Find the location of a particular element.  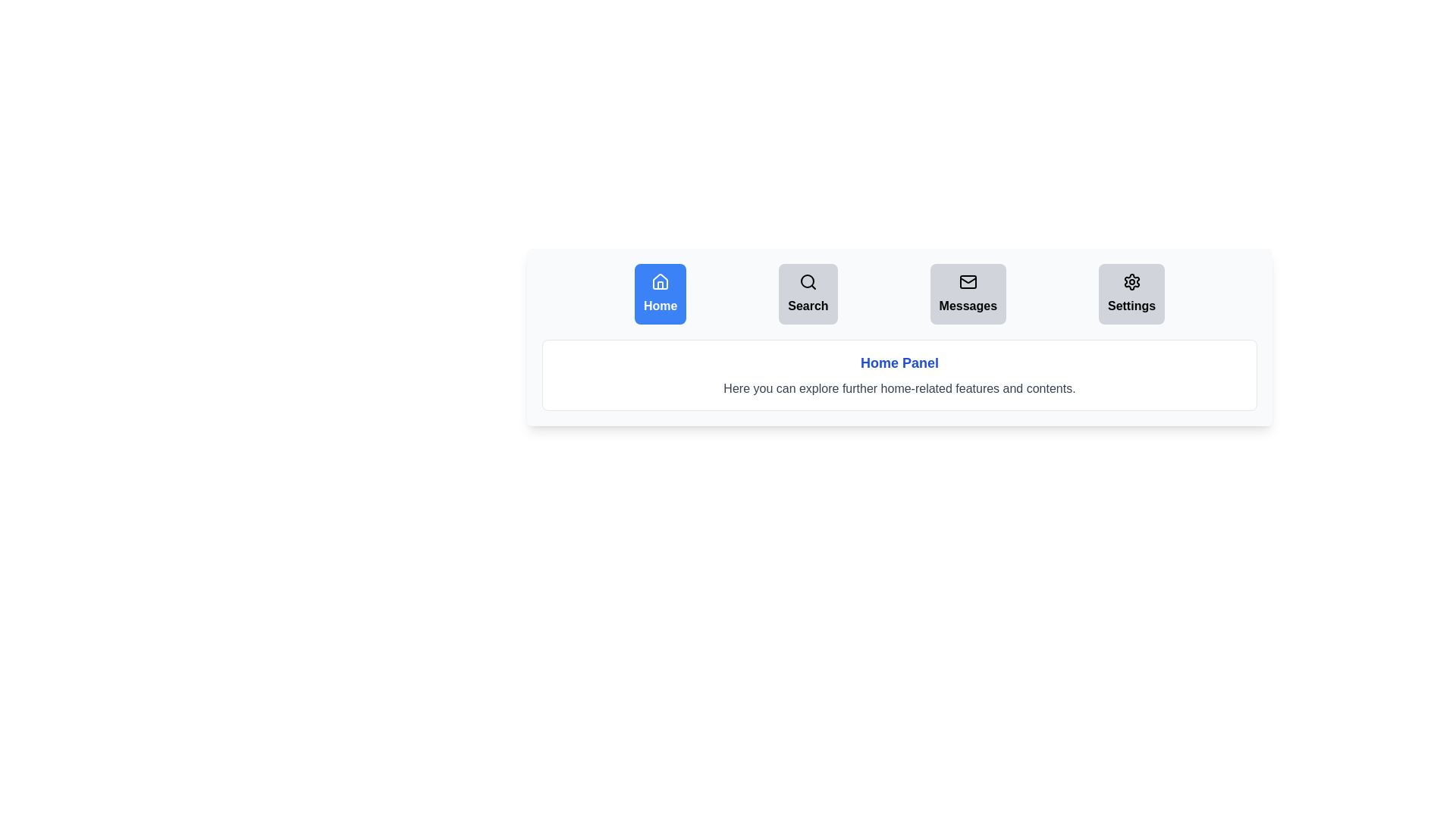

the diagonal line segment of the 'Messages' button's icon in the top navigation bar, which is styled in black and forms part of a triangular shape is located at coordinates (967, 281).